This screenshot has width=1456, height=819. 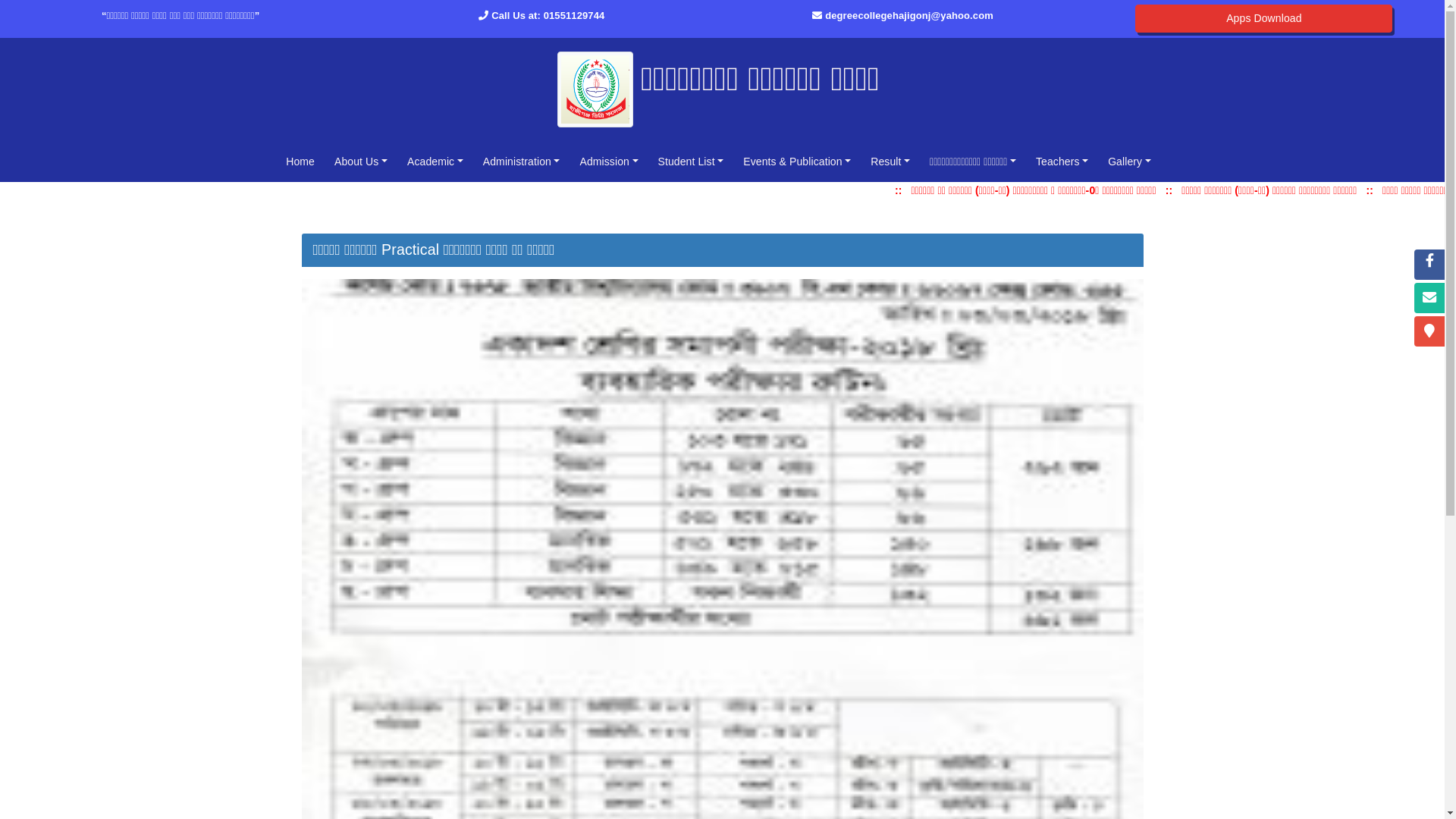 I want to click on 'Result', so click(x=890, y=161).